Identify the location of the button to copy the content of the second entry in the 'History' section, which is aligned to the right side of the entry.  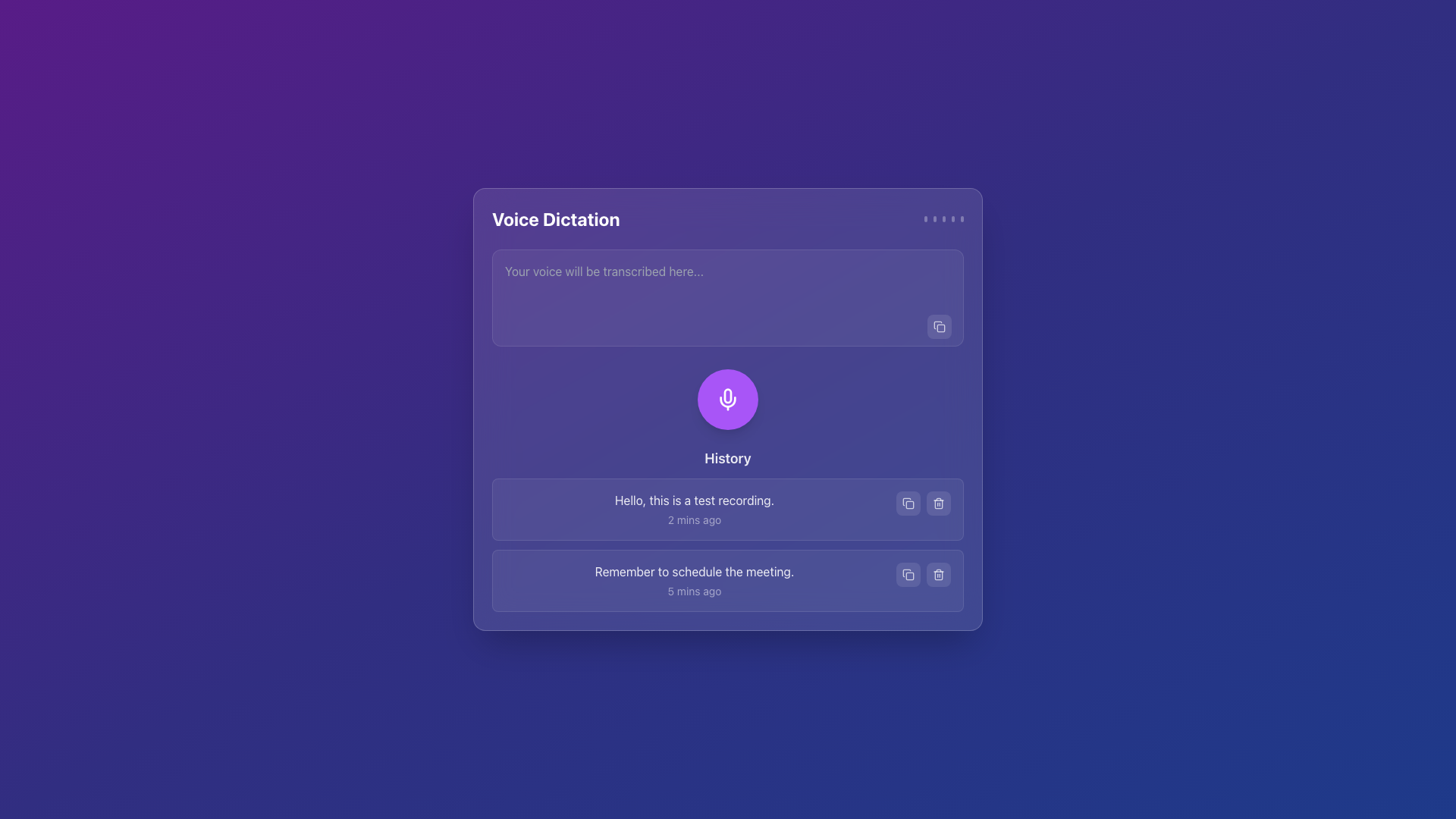
(908, 503).